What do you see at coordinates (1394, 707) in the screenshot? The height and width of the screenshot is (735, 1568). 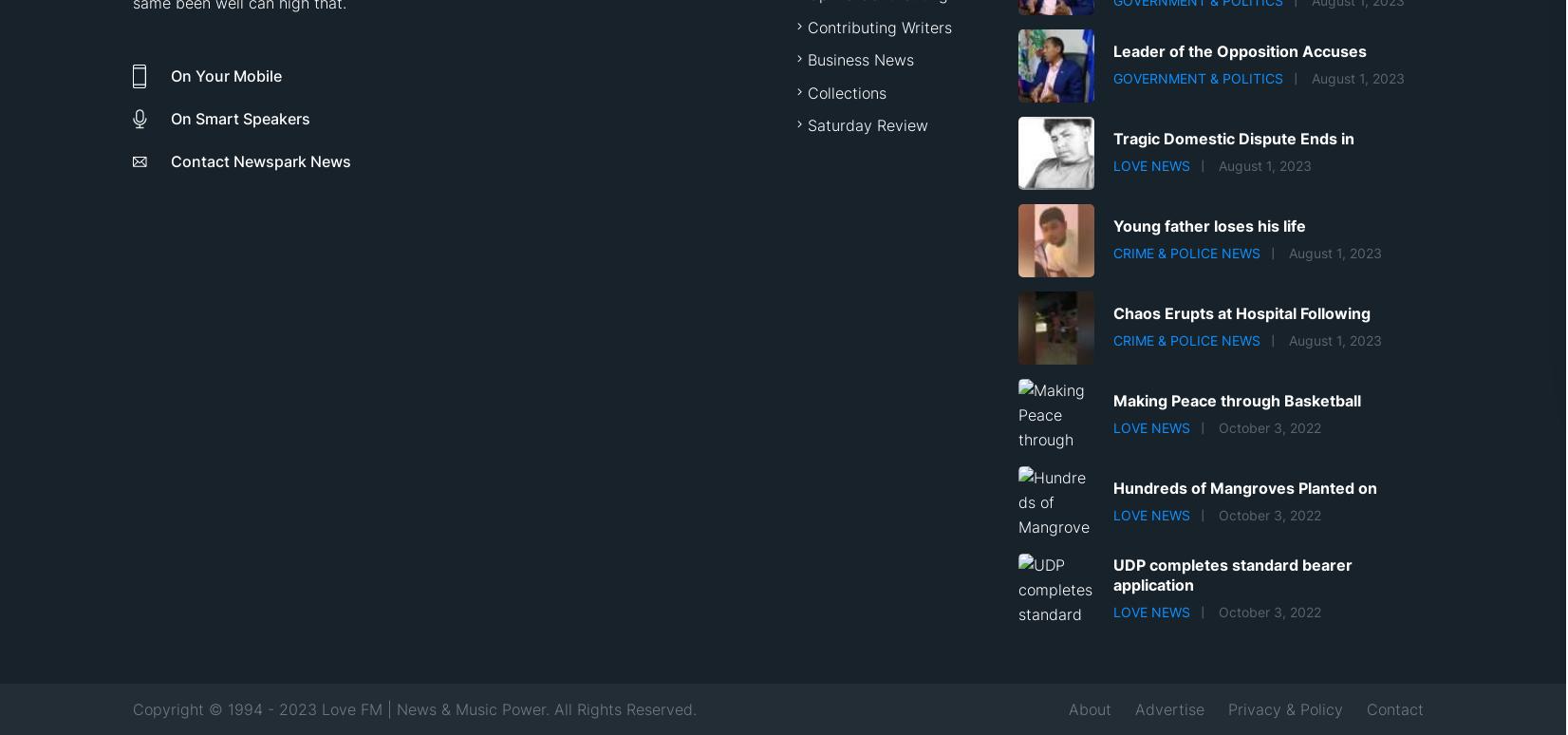 I see `'Contact'` at bounding box center [1394, 707].